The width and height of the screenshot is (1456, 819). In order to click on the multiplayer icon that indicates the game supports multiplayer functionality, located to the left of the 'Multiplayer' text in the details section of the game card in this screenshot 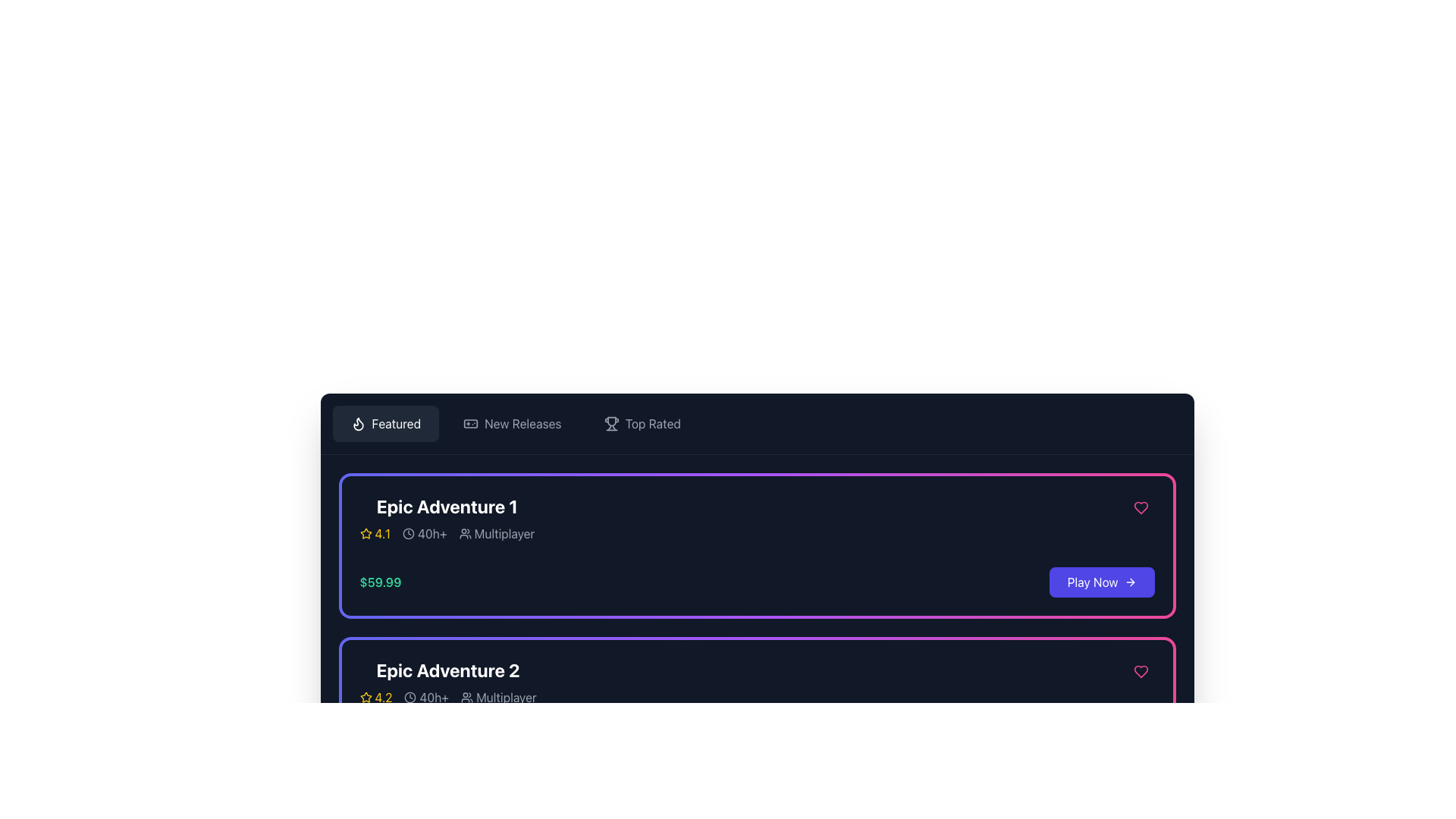, I will do `click(466, 698)`.